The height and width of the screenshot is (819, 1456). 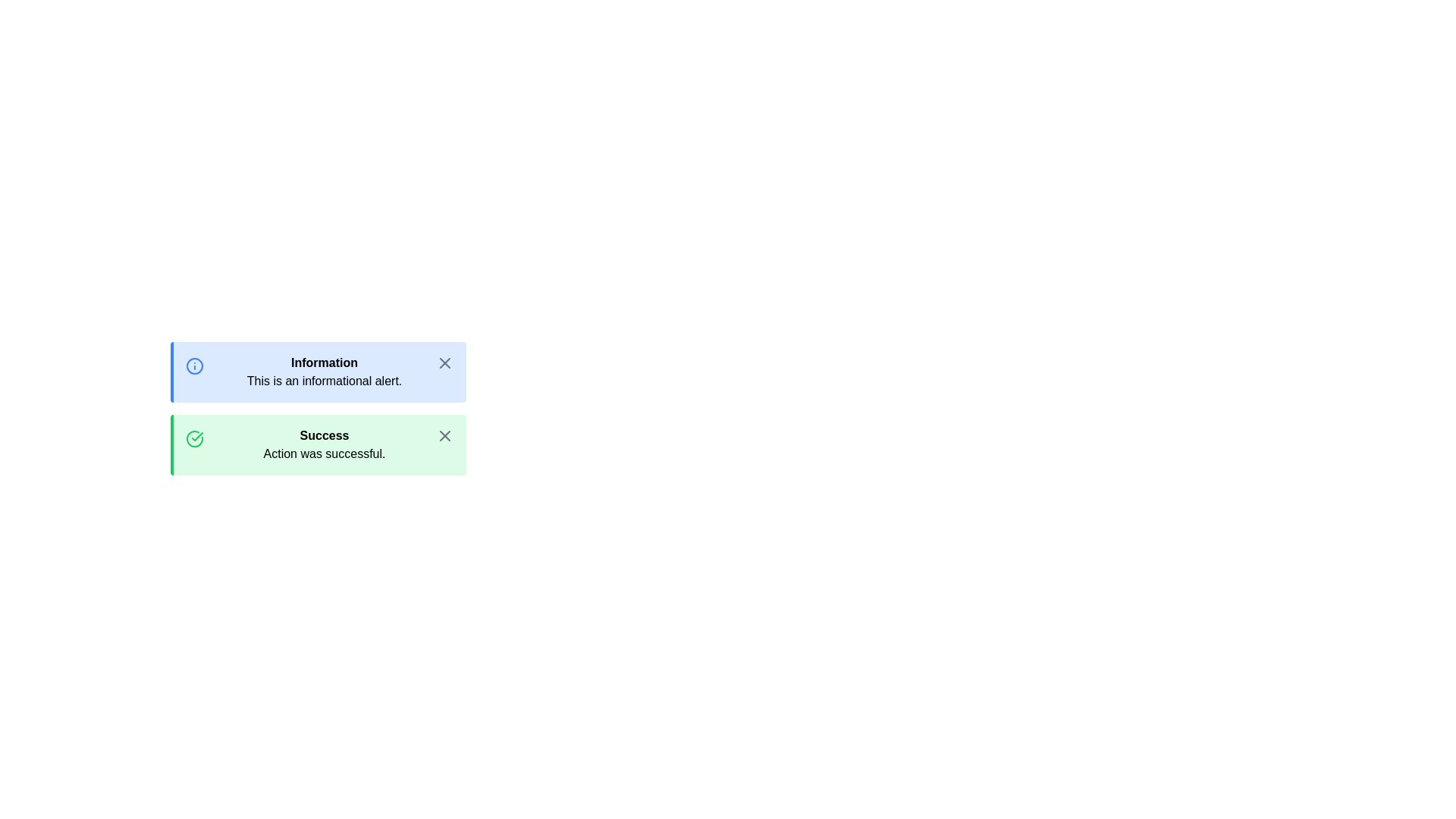 What do you see at coordinates (194, 438) in the screenshot?
I see `the green circular icon with a white check mark located in the top-left corner of the green alert box that indicates success` at bounding box center [194, 438].